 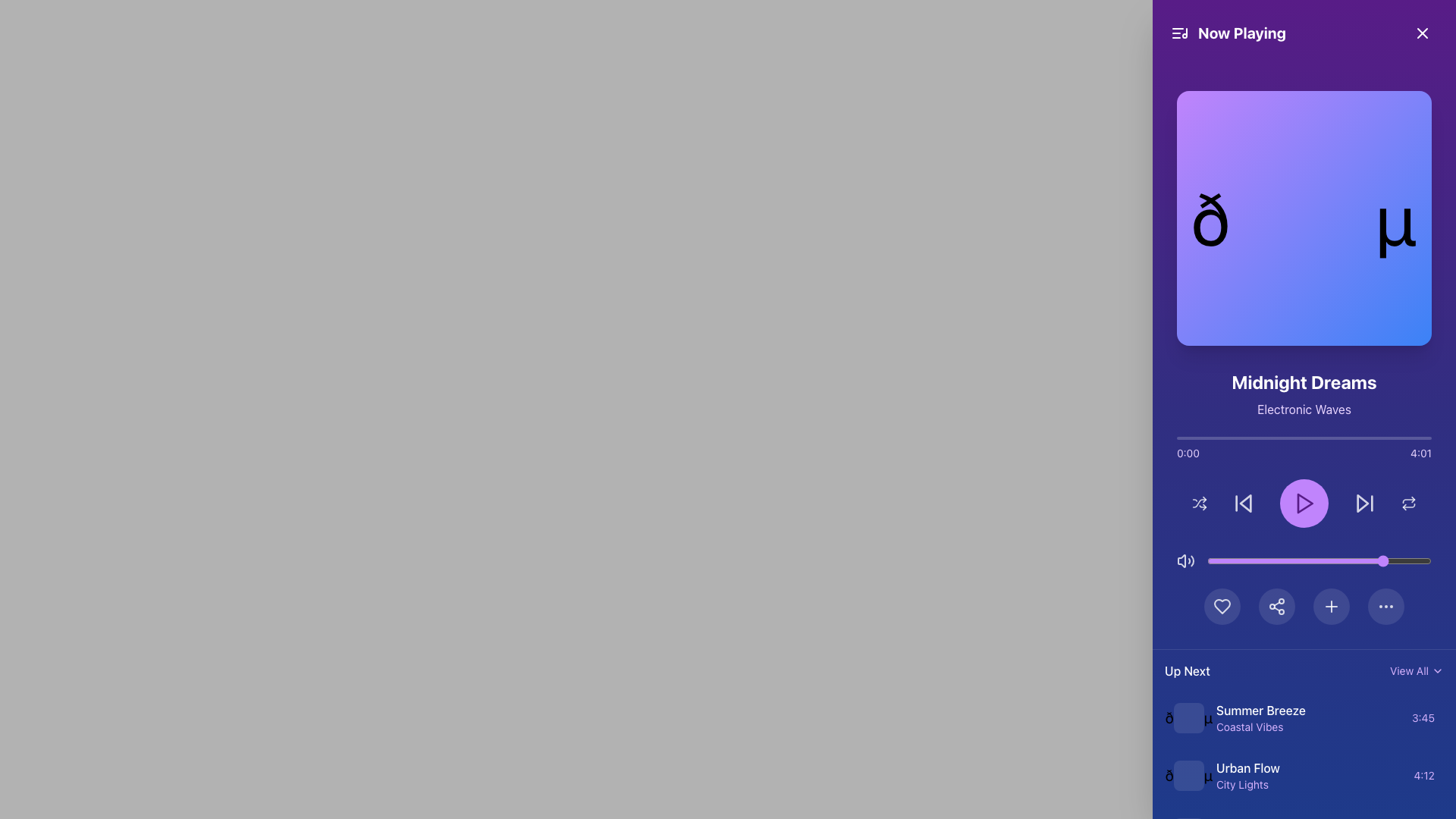 What do you see at coordinates (1244, 503) in the screenshot?
I see `the backward skip button, which is a triangular shape pointing left within a rectangular frame` at bounding box center [1244, 503].